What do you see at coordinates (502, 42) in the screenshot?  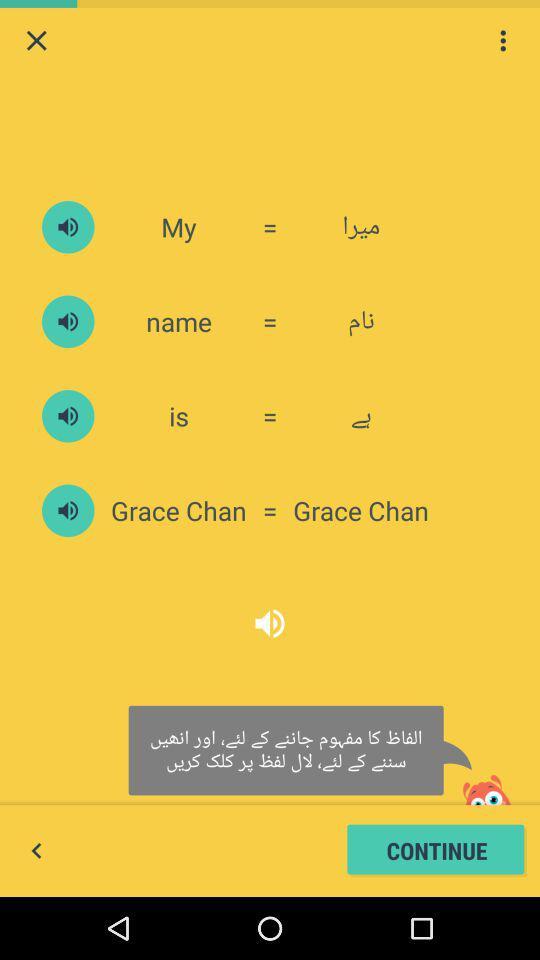 I see `the more icon` at bounding box center [502, 42].